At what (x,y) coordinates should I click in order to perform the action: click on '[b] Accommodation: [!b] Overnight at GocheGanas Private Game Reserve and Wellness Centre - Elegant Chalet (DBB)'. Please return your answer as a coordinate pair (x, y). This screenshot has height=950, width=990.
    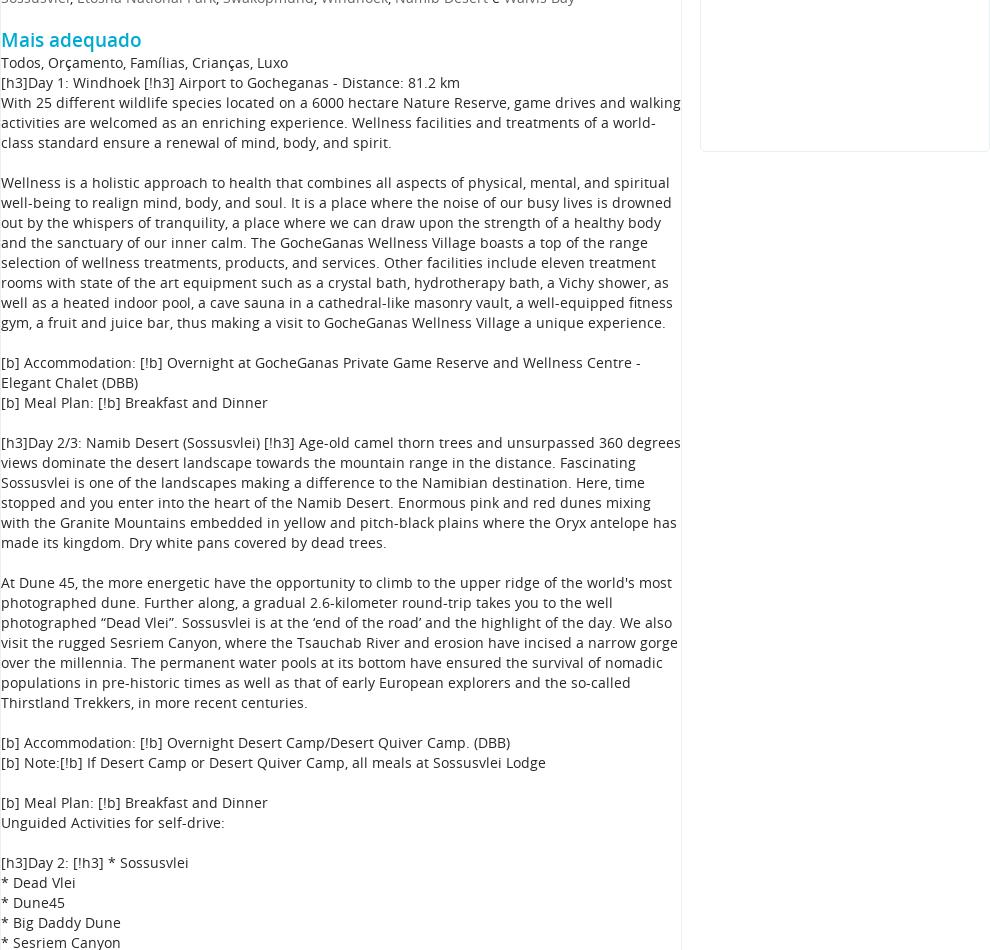
    Looking at the image, I should click on (319, 371).